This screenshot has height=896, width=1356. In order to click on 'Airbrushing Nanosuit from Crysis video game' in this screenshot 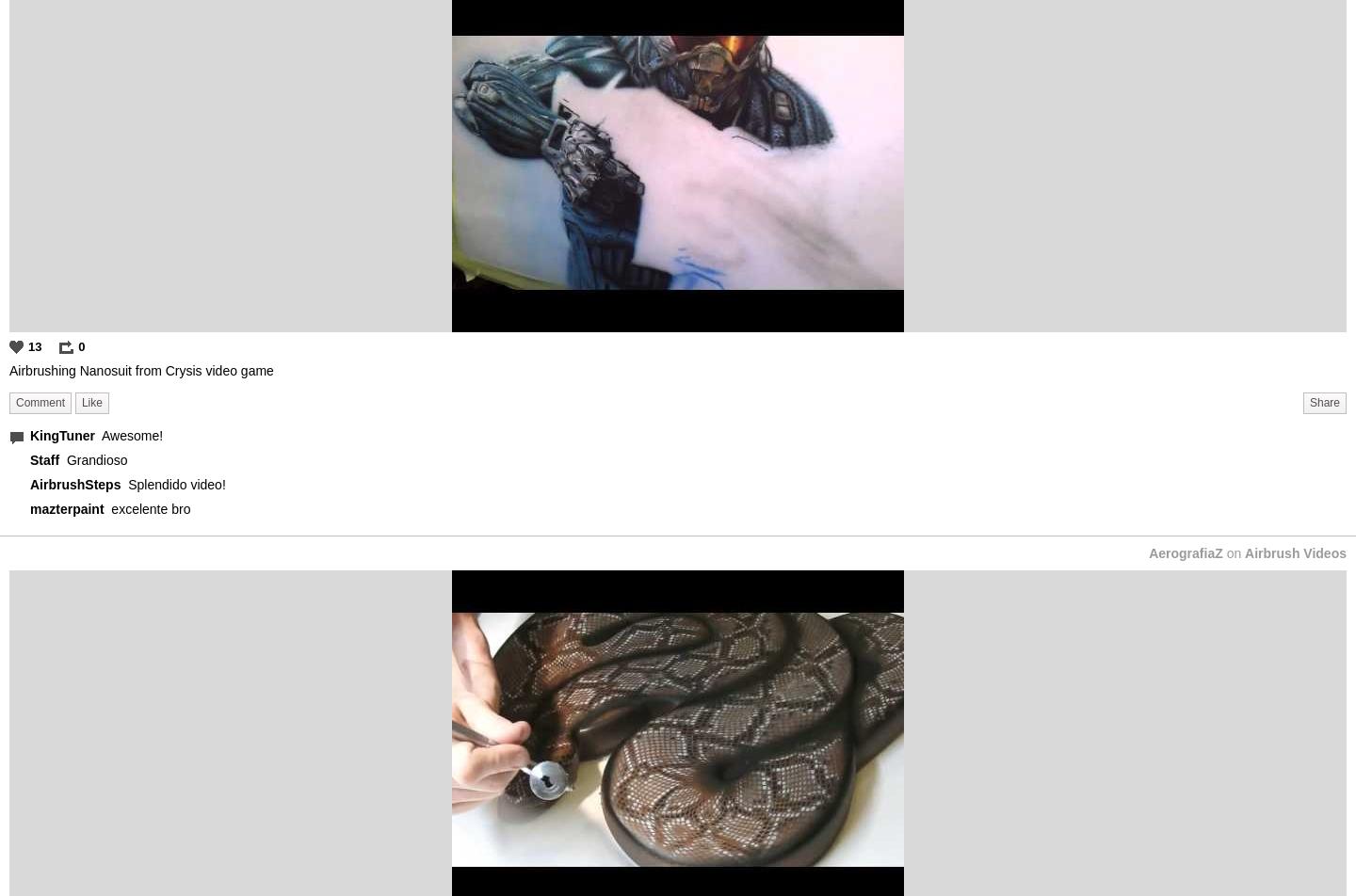, I will do `click(140, 369)`.